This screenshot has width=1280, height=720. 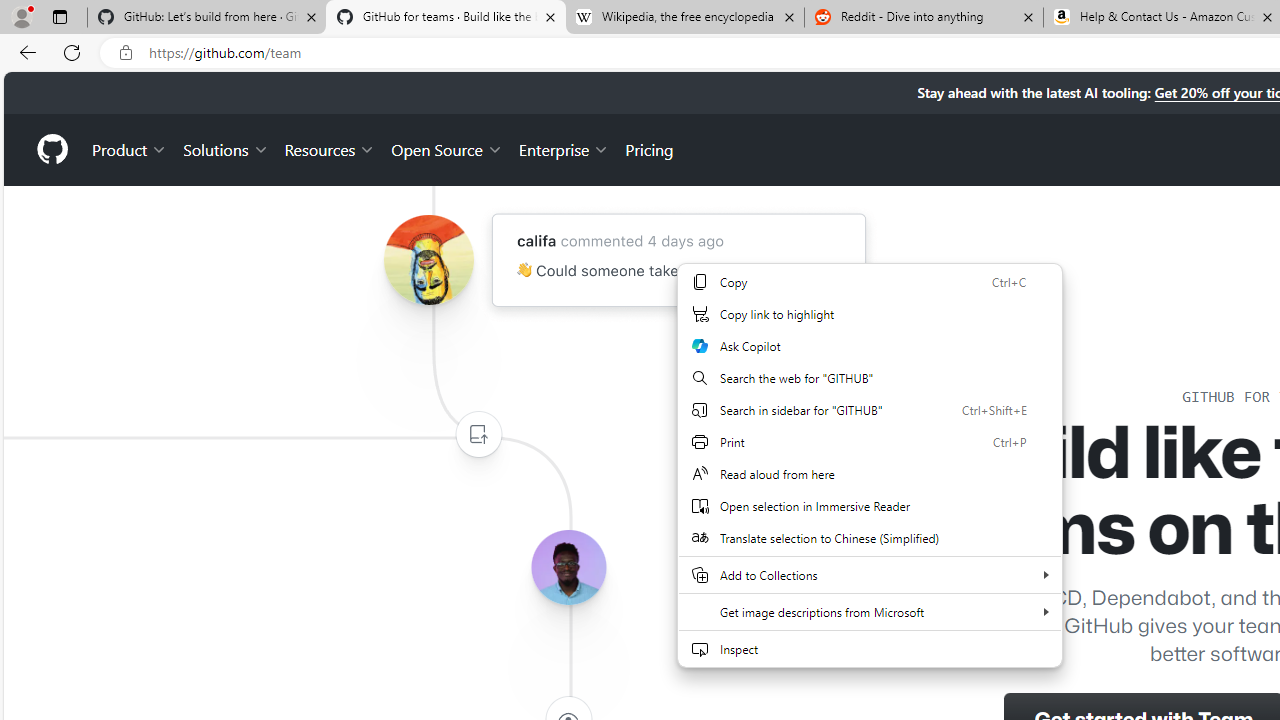 I want to click on 'Enterprise', so click(x=562, y=148).